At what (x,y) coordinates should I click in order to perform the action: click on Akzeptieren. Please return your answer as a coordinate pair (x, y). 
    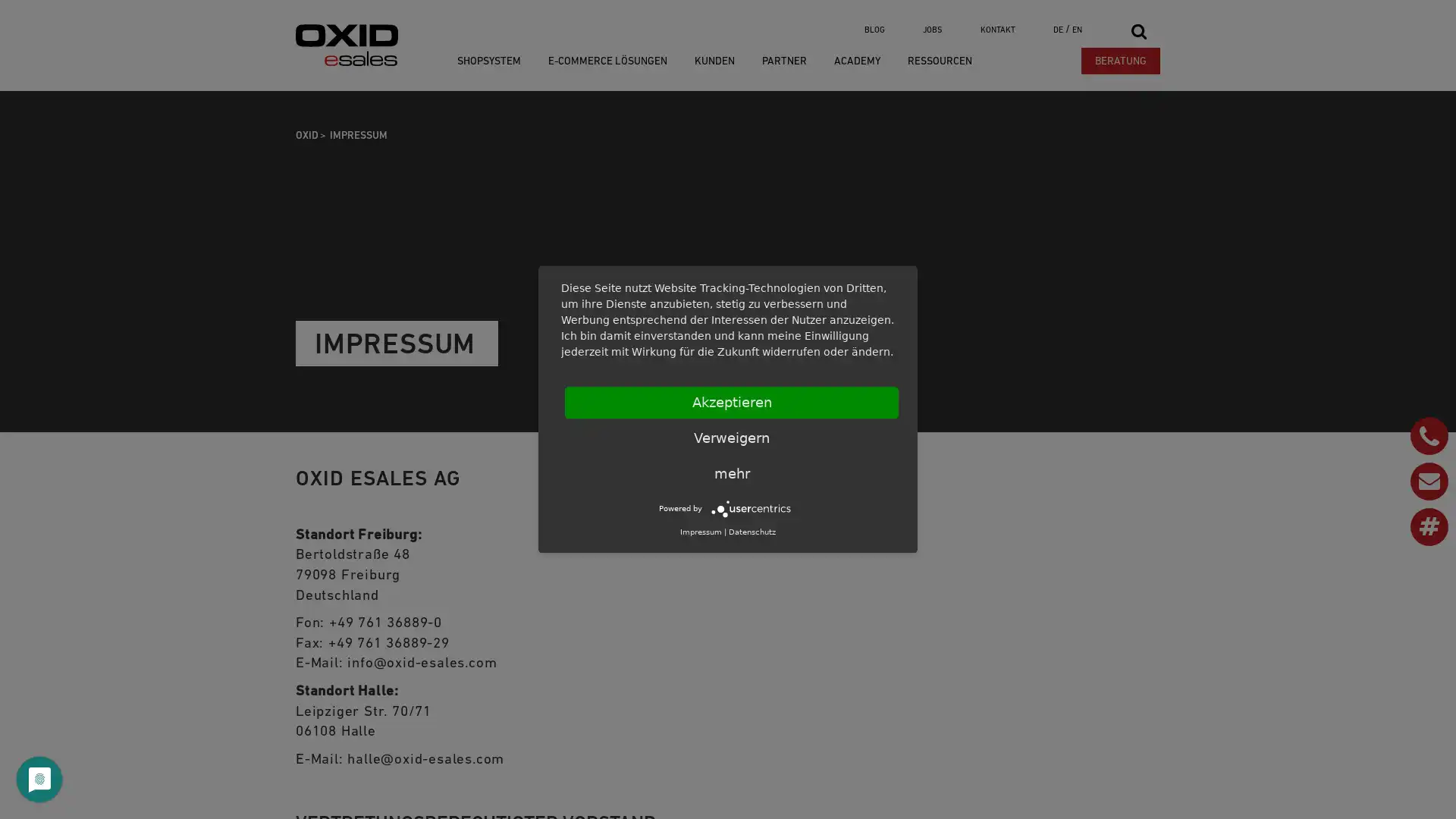
    Looking at the image, I should click on (731, 402).